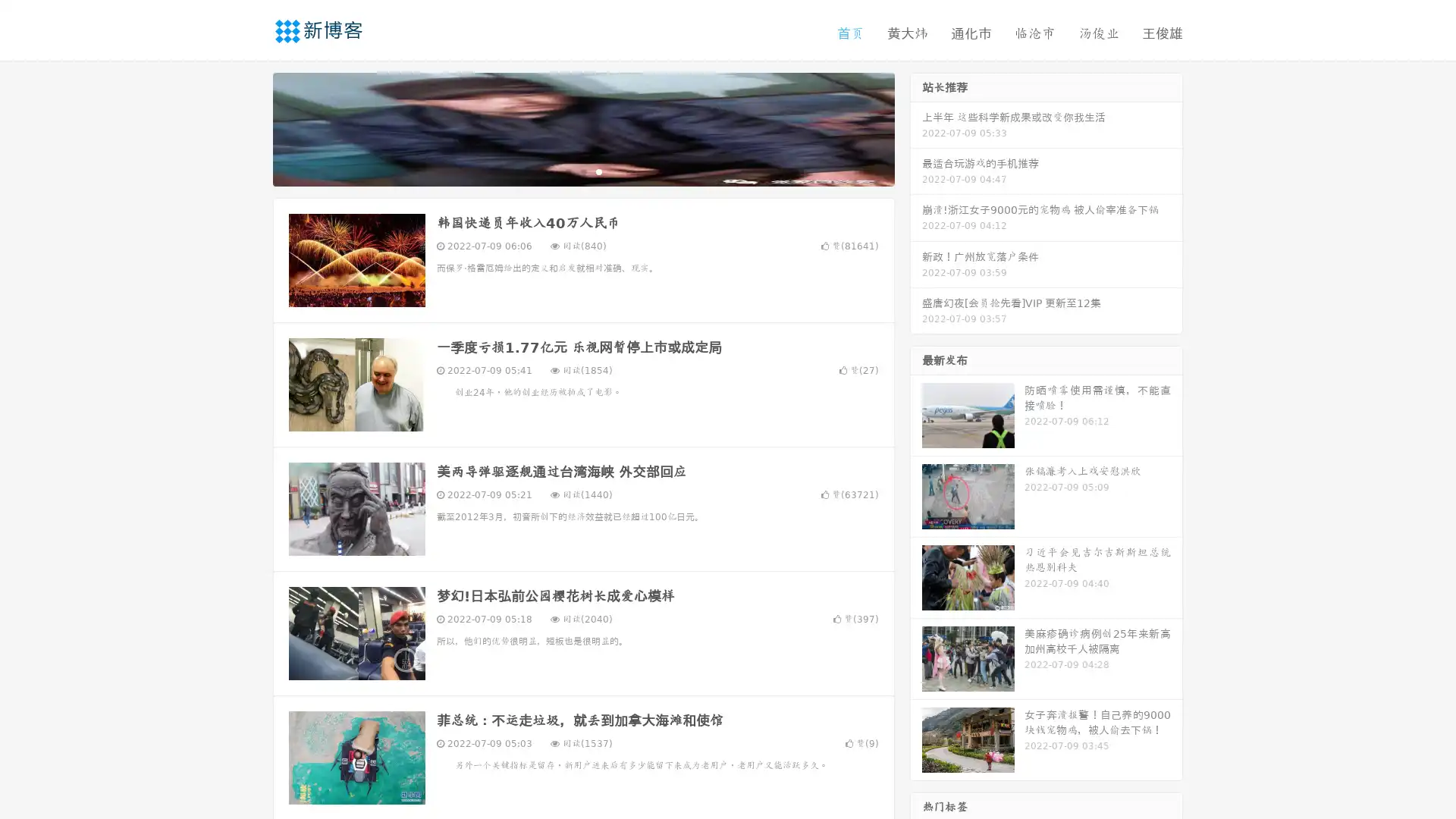  Describe the element at coordinates (916, 127) in the screenshot. I see `Next slide` at that location.